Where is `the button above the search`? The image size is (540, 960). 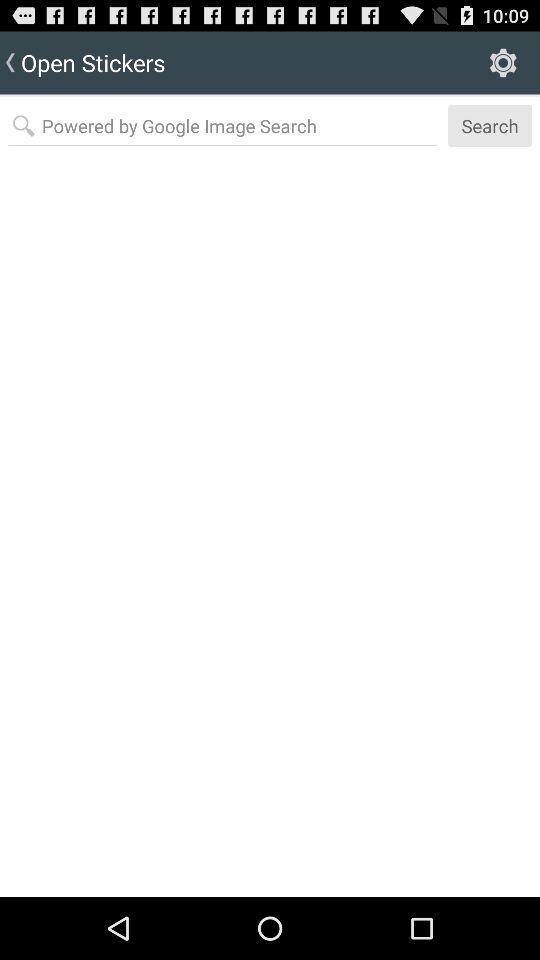 the button above the search is located at coordinates (502, 62).